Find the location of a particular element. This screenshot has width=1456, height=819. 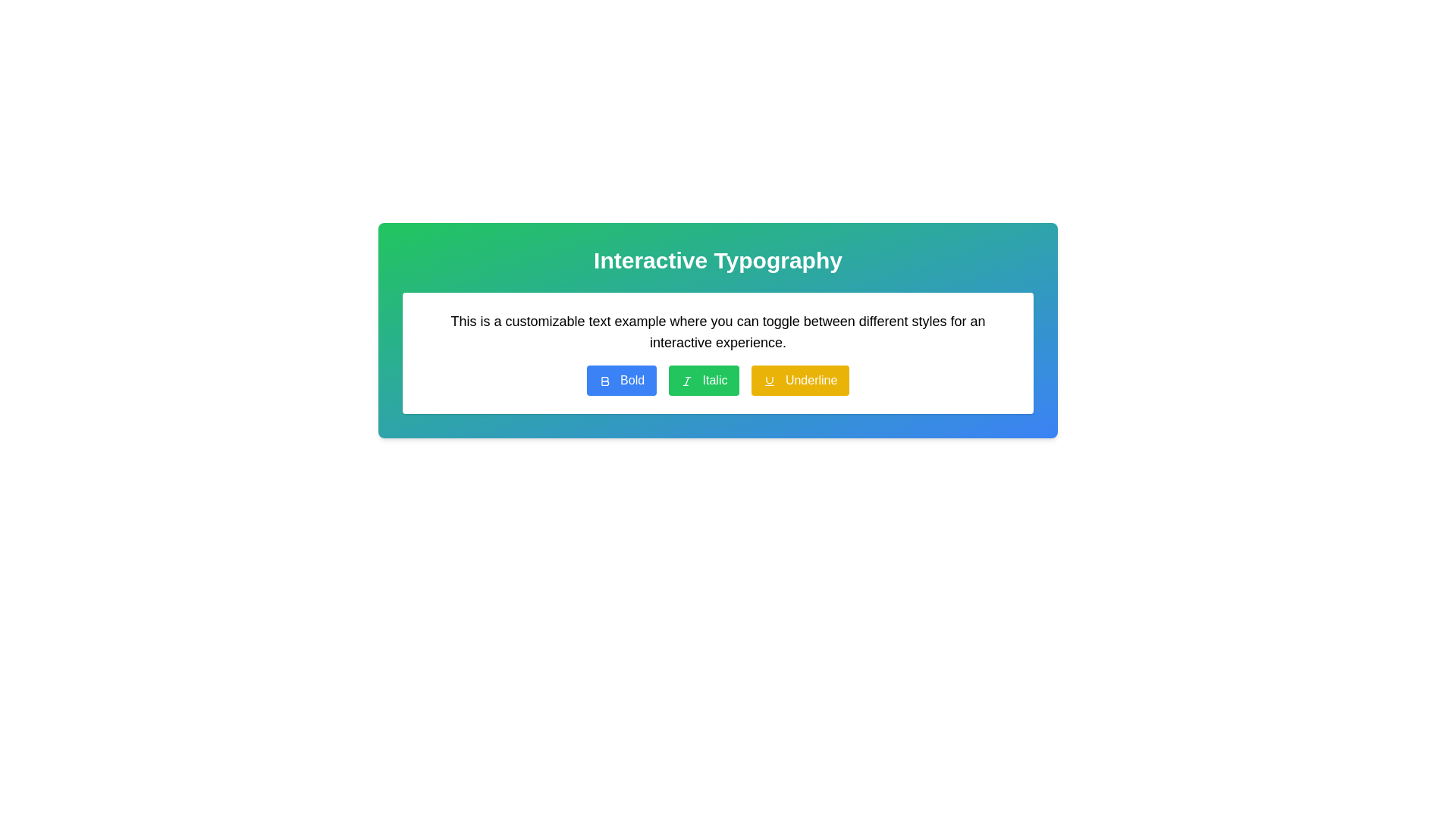

the 'Bold' button icon, which is the first icon among three adjacent buttons at the bottom of the interface, positioned before the text label 'Bold' is located at coordinates (604, 380).